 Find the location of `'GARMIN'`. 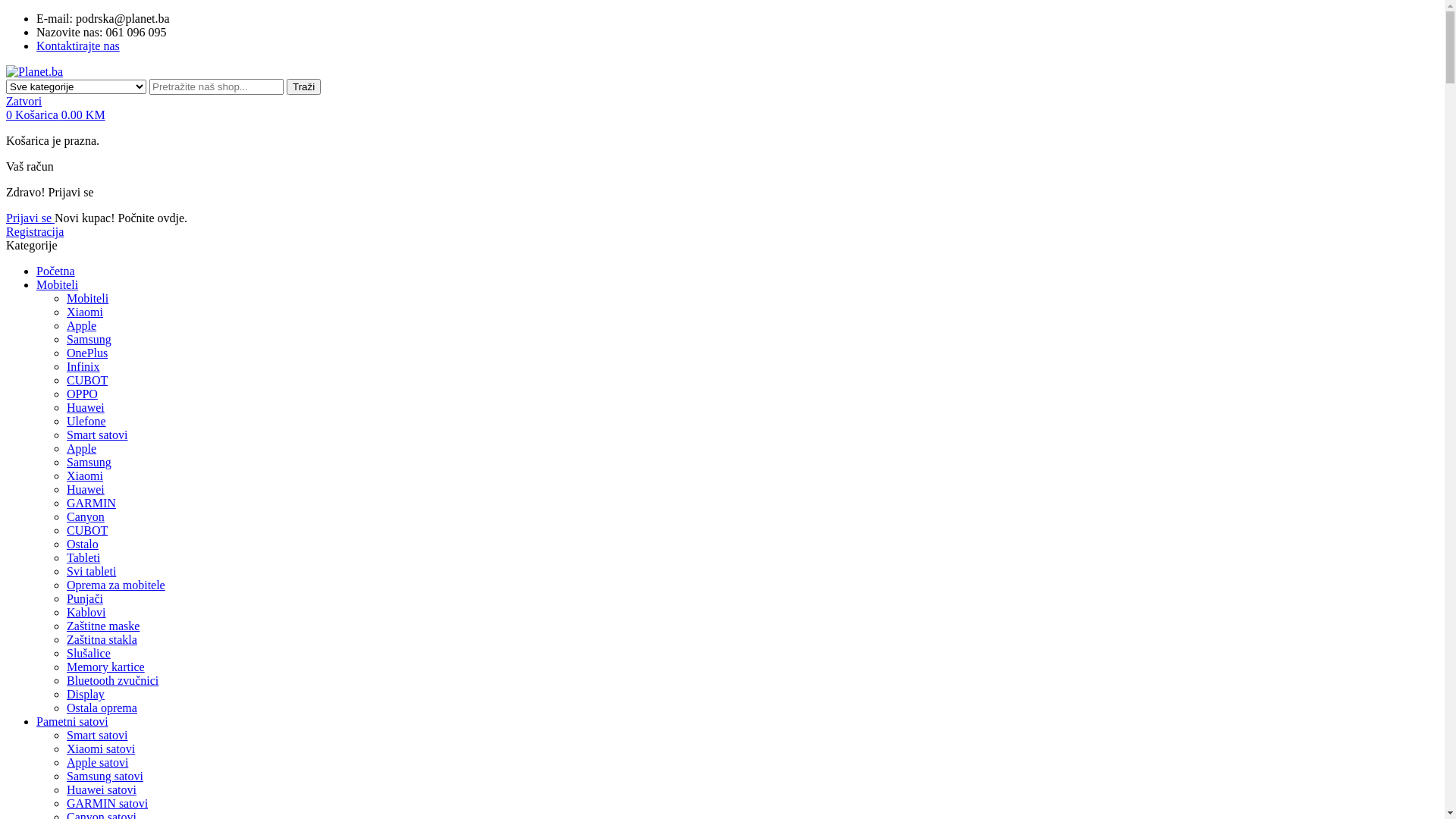

'GARMIN' is located at coordinates (65, 503).